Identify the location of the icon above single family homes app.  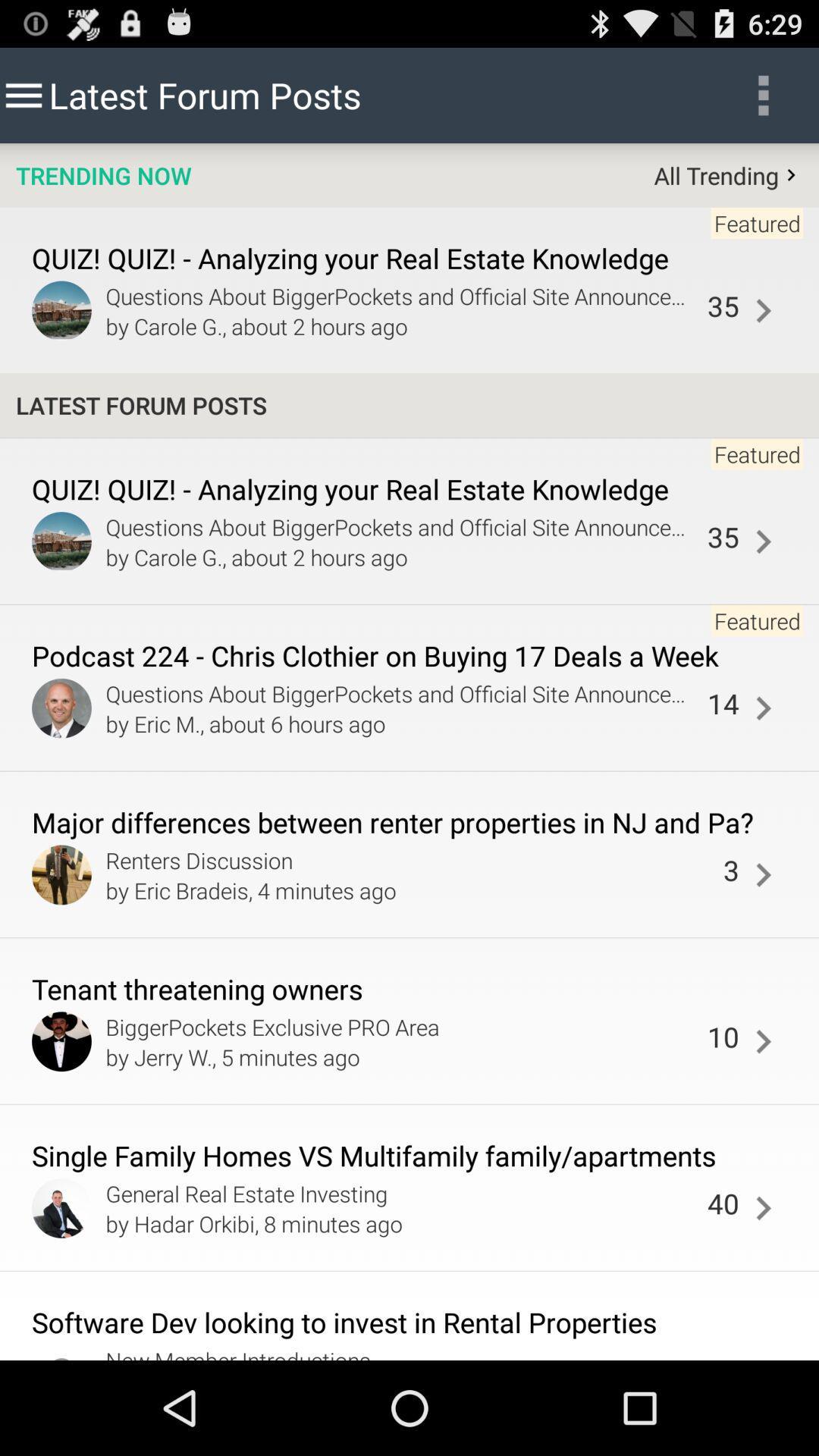
(402, 1056).